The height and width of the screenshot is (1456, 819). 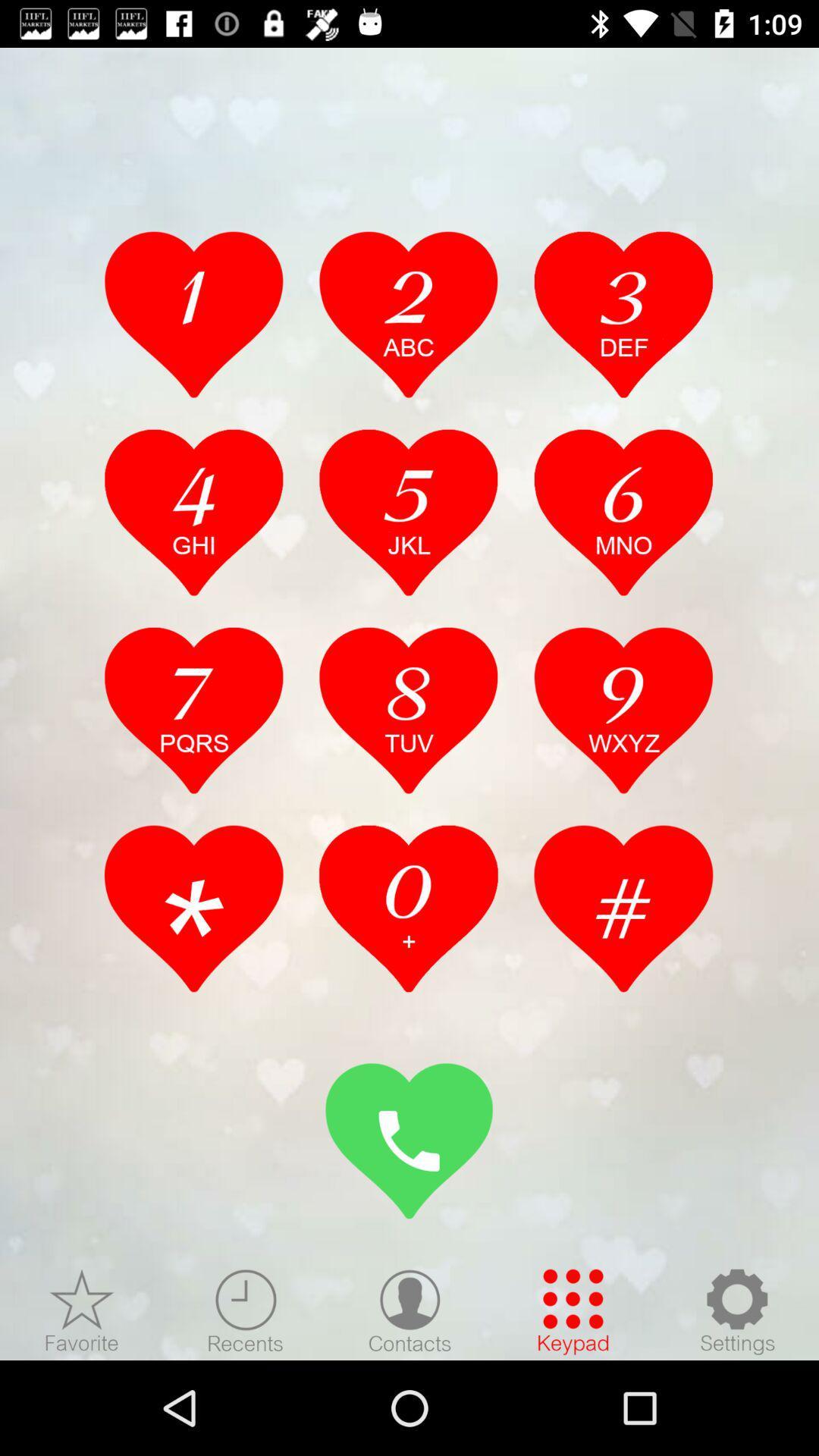 I want to click on check setting option, so click(x=736, y=1310).